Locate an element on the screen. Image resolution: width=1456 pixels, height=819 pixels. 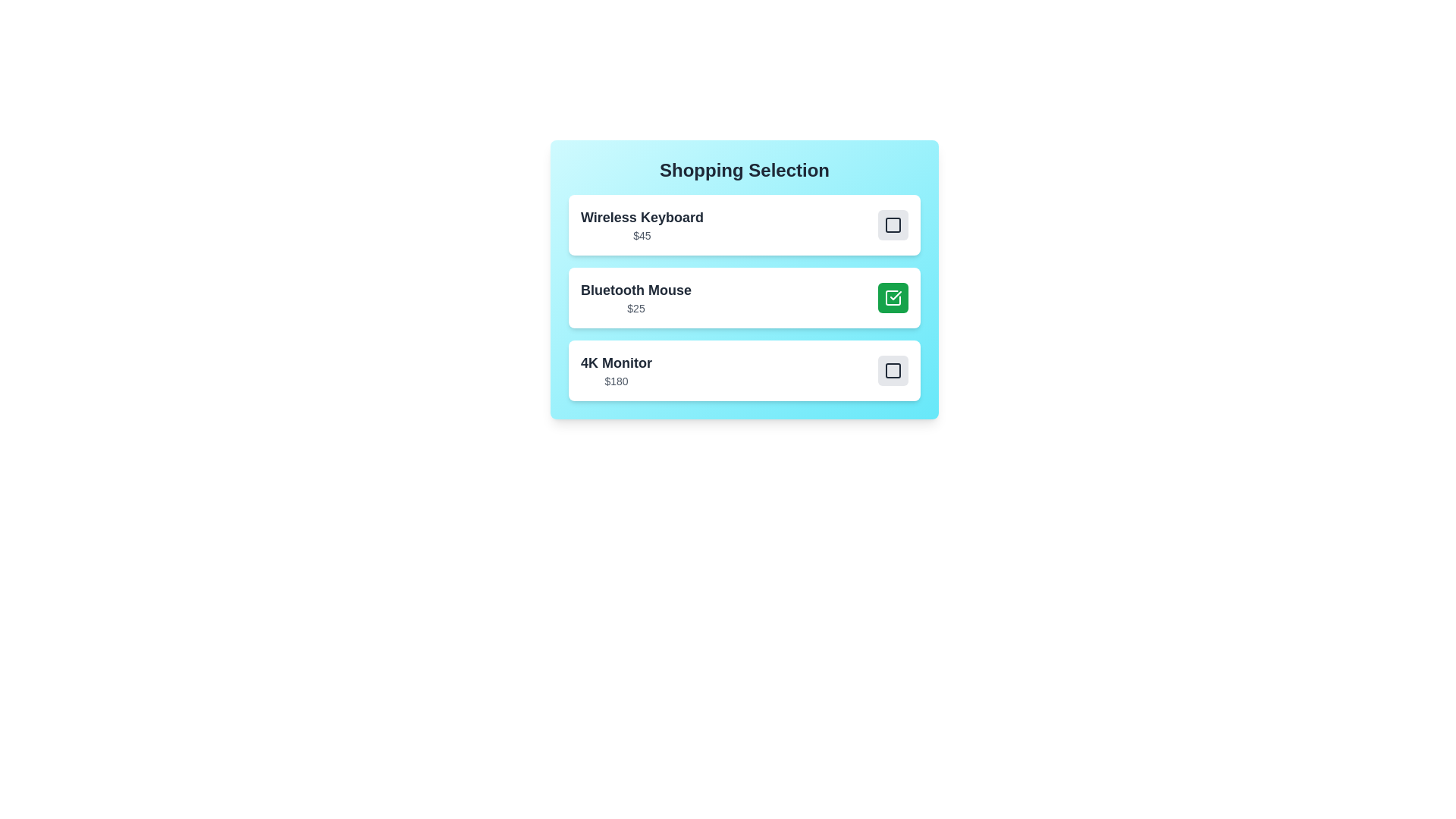
the price text displaying '$45', which is styled in gray and located beneath the 'Wireless Keyboard' label in the shopping selection component is located at coordinates (642, 236).